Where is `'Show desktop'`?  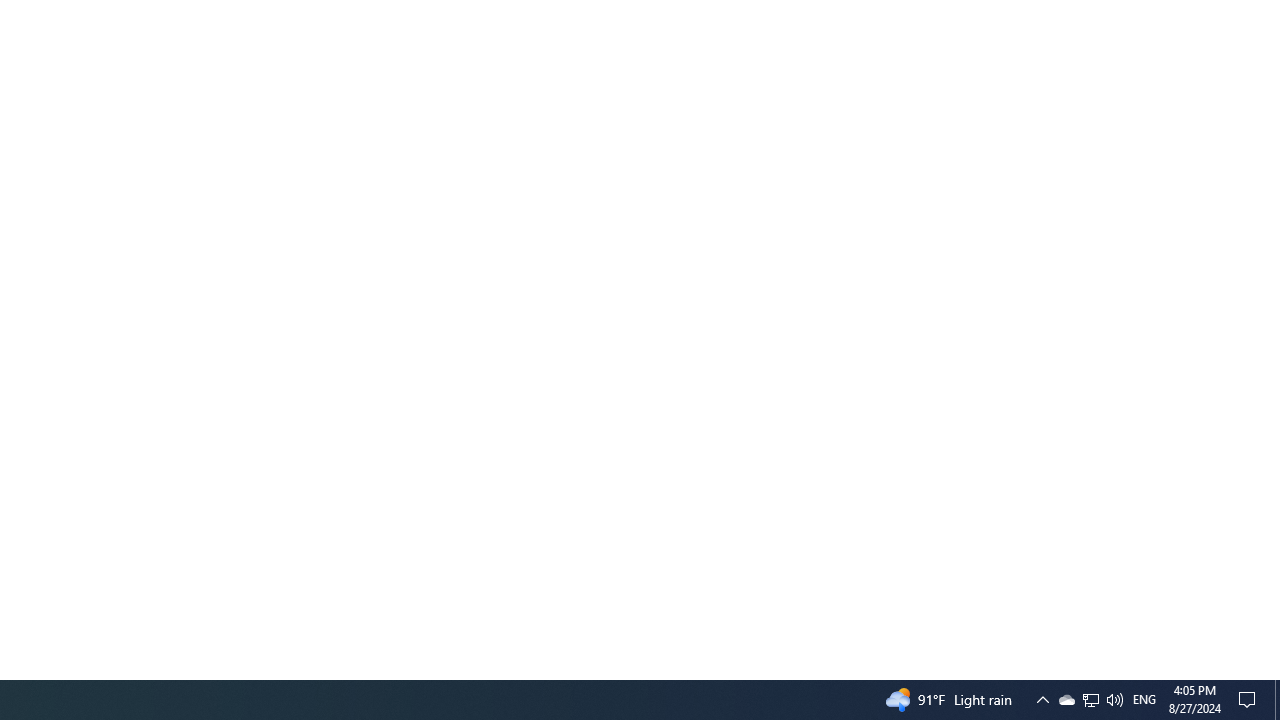 'Show desktop' is located at coordinates (1276, 698).